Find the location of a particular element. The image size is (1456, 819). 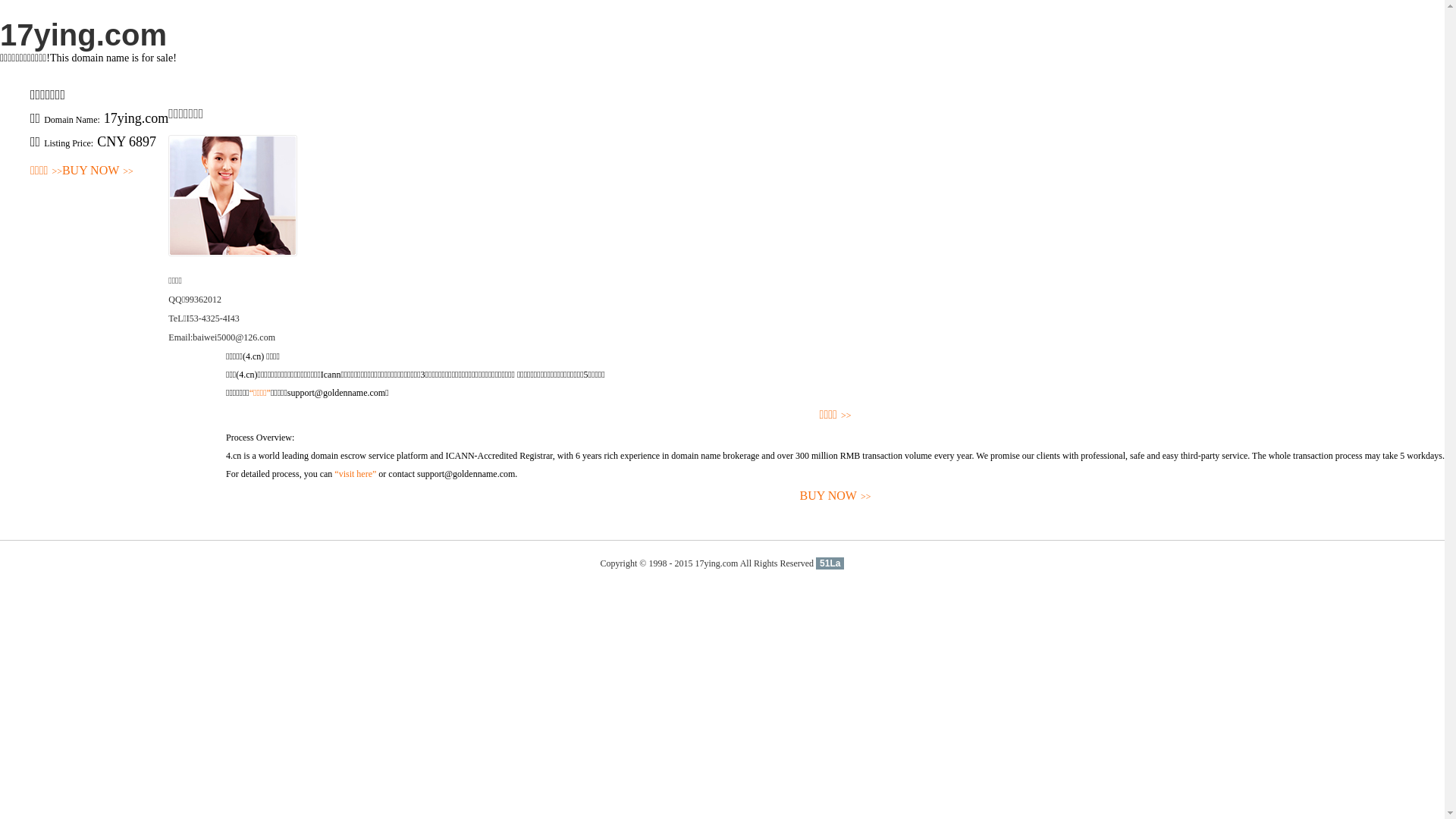

'BUY NOW>>' is located at coordinates (61, 171).